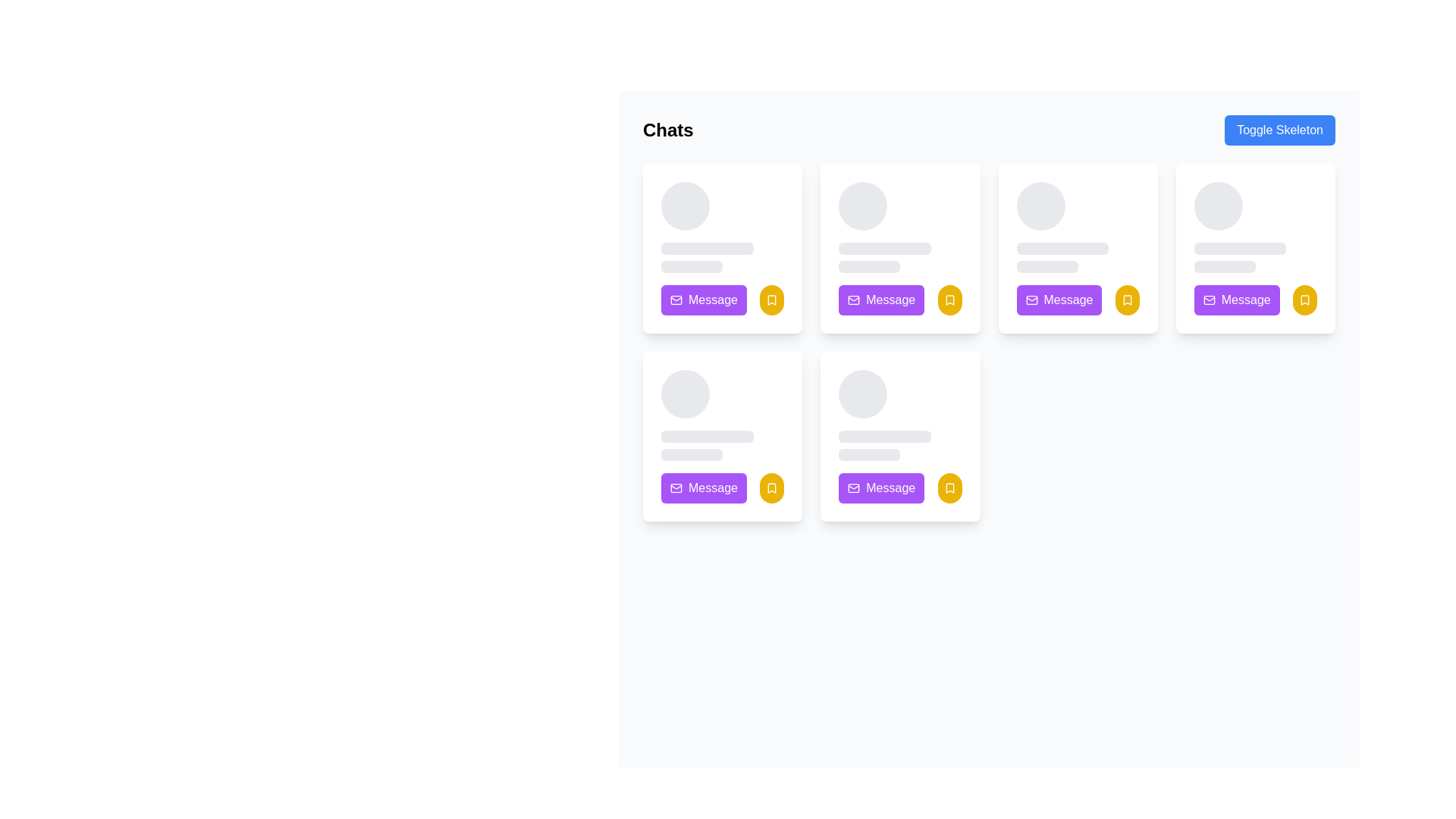  What do you see at coordinates (772, 300) in the screenshot?
I see `the bookmark icon located at the bottom-right corner of the user card with a yellow circular button` at bounding box center [772, 300].